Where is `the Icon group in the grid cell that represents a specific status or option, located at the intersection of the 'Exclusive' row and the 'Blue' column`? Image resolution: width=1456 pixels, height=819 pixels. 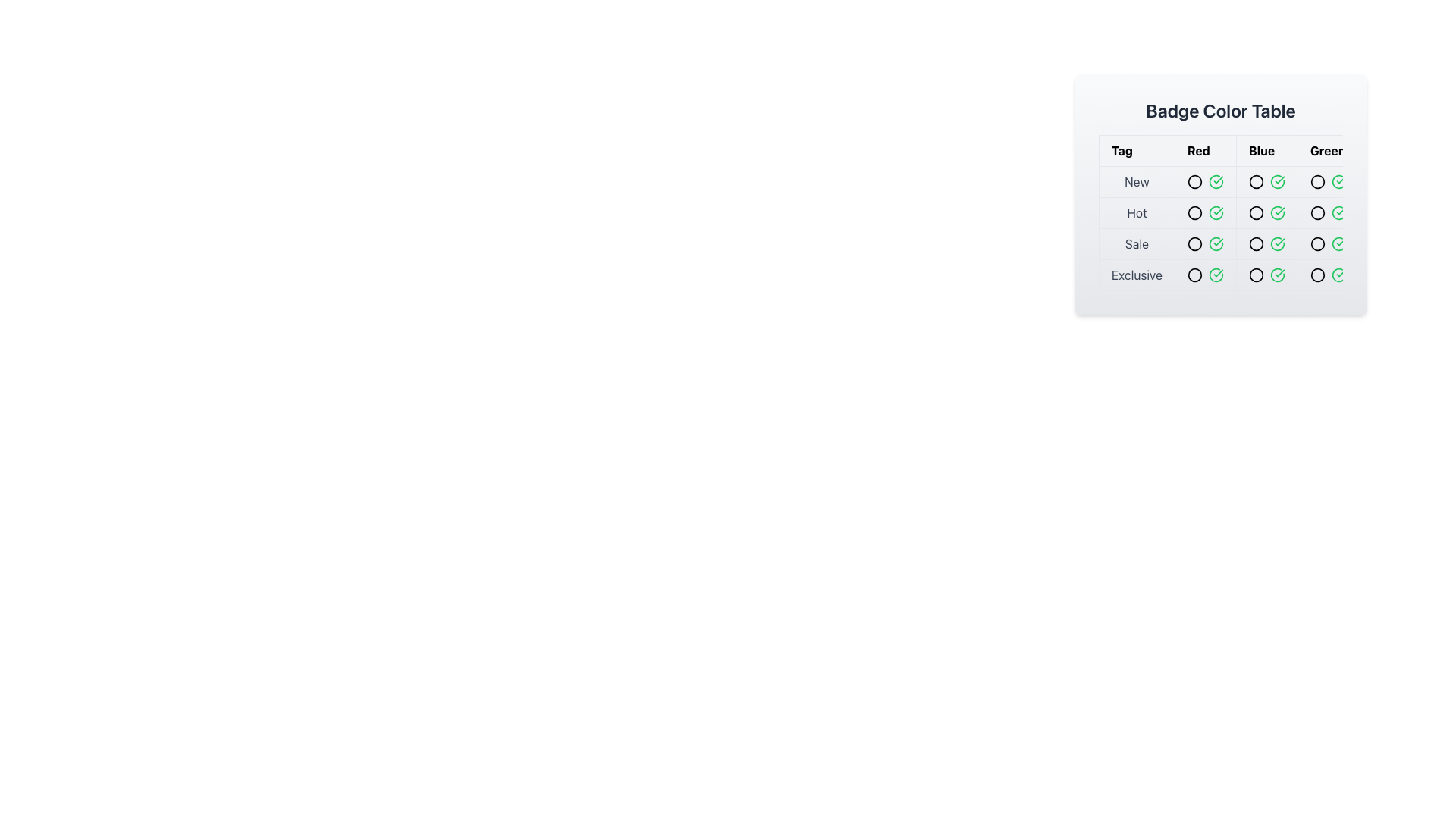 the Icon group in the grid cell that represents a specific status or option, located at the intersection of the 'Exclusive' row and the 'Blue' column is located at coordinates (1266, 275).